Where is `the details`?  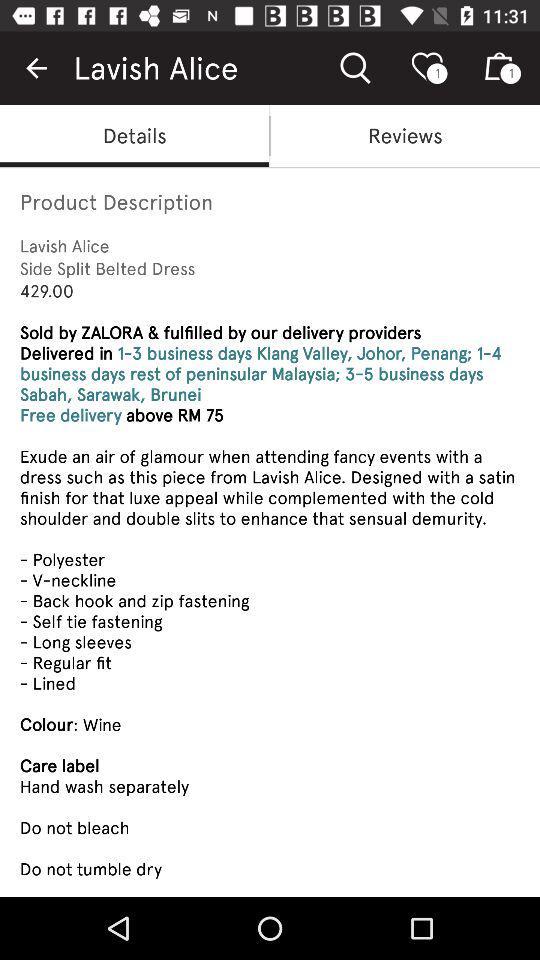
the details is located at coordinates (134, 134).